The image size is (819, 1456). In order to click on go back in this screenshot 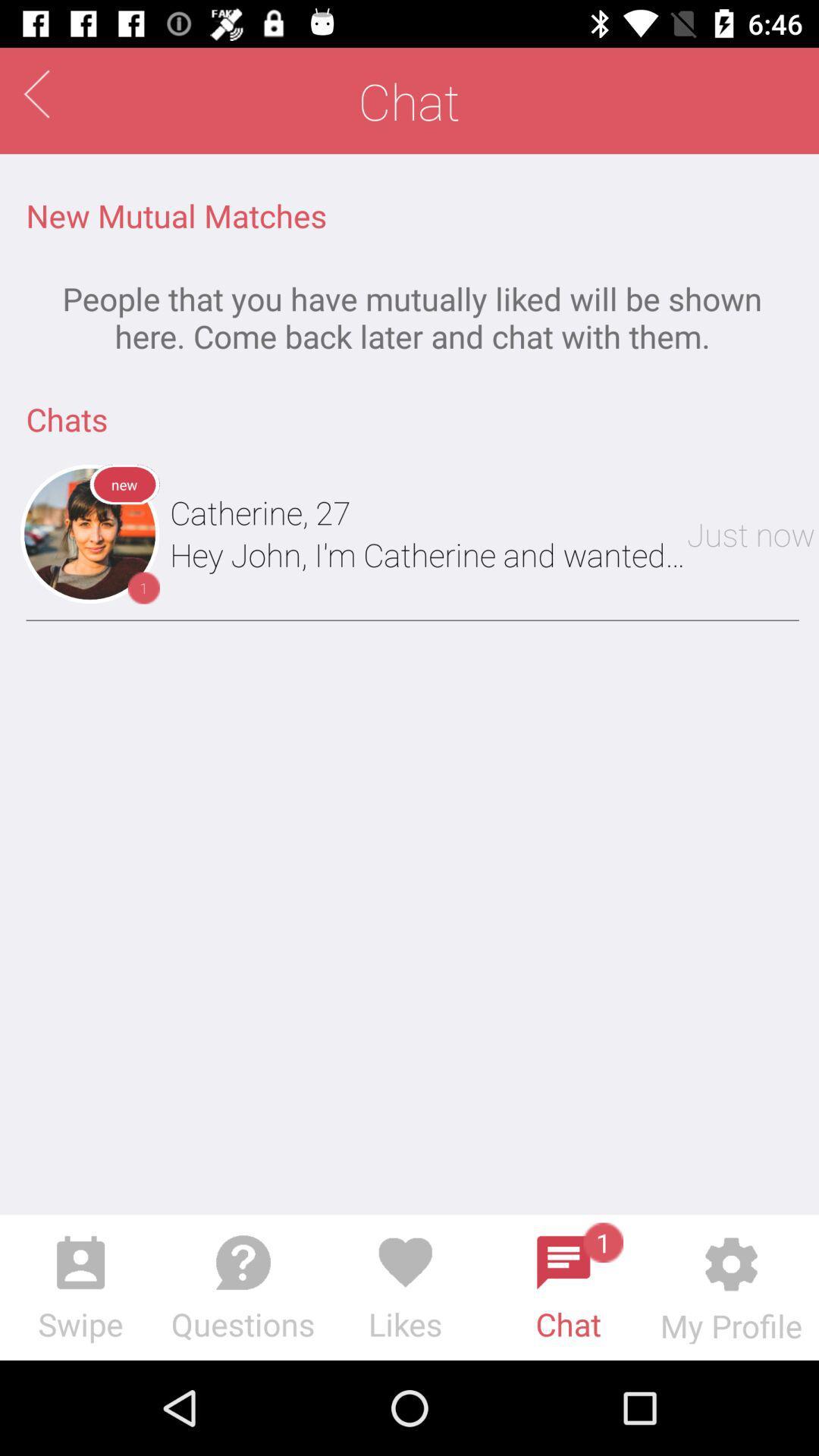, I will do `click(36, 93)`.